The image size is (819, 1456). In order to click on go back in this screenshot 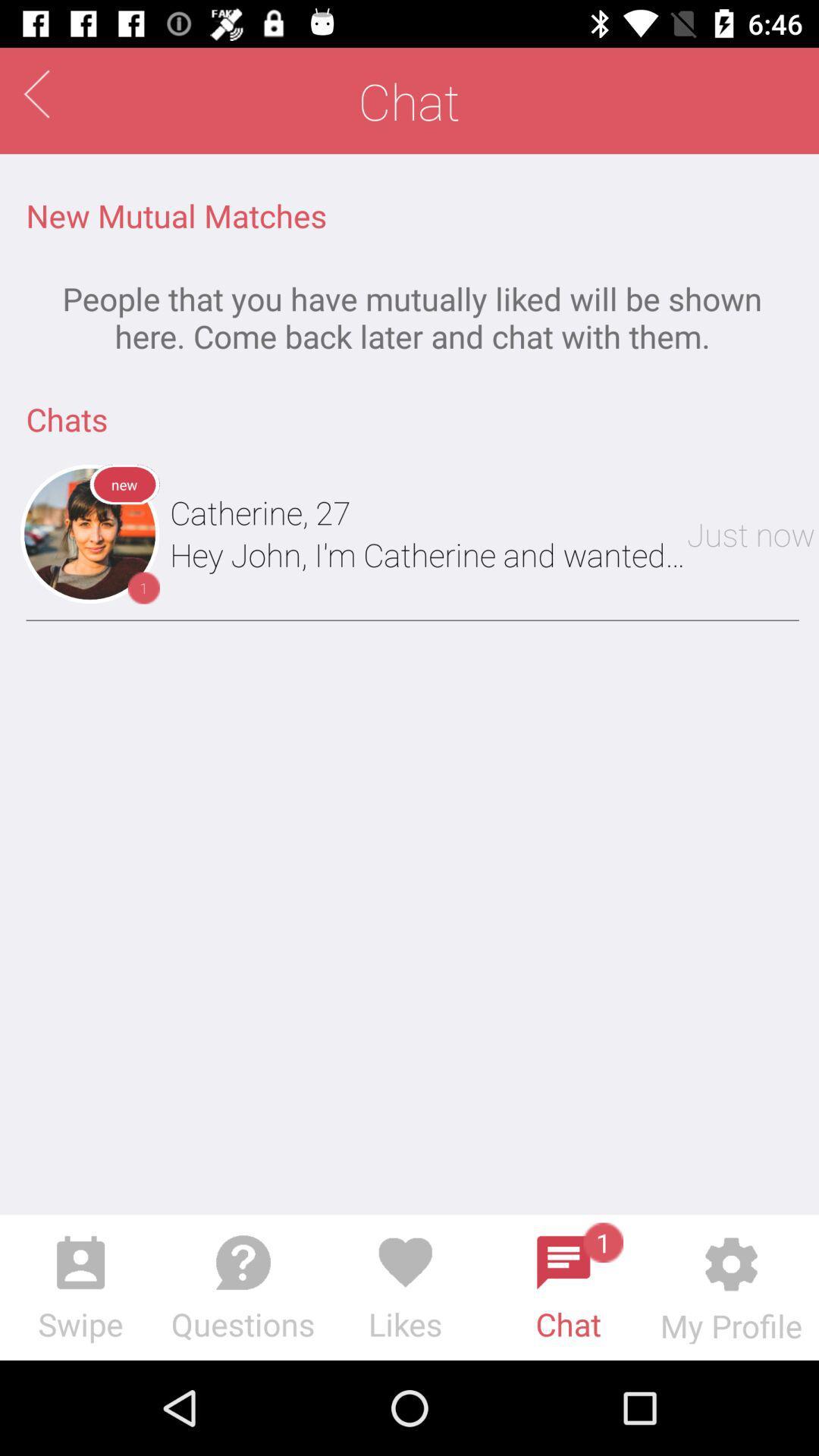, I will do `click(36, 93)`.